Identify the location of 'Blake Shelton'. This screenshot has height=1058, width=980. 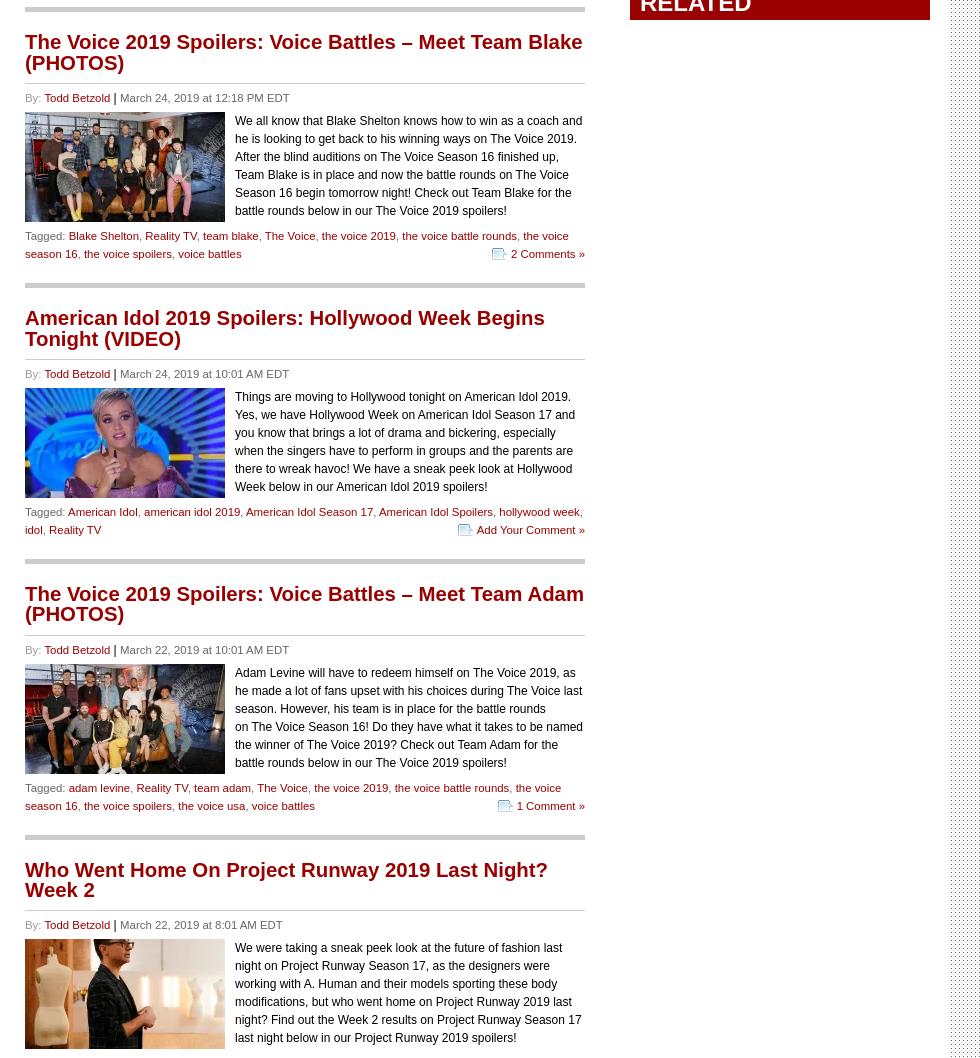
(103, 236).